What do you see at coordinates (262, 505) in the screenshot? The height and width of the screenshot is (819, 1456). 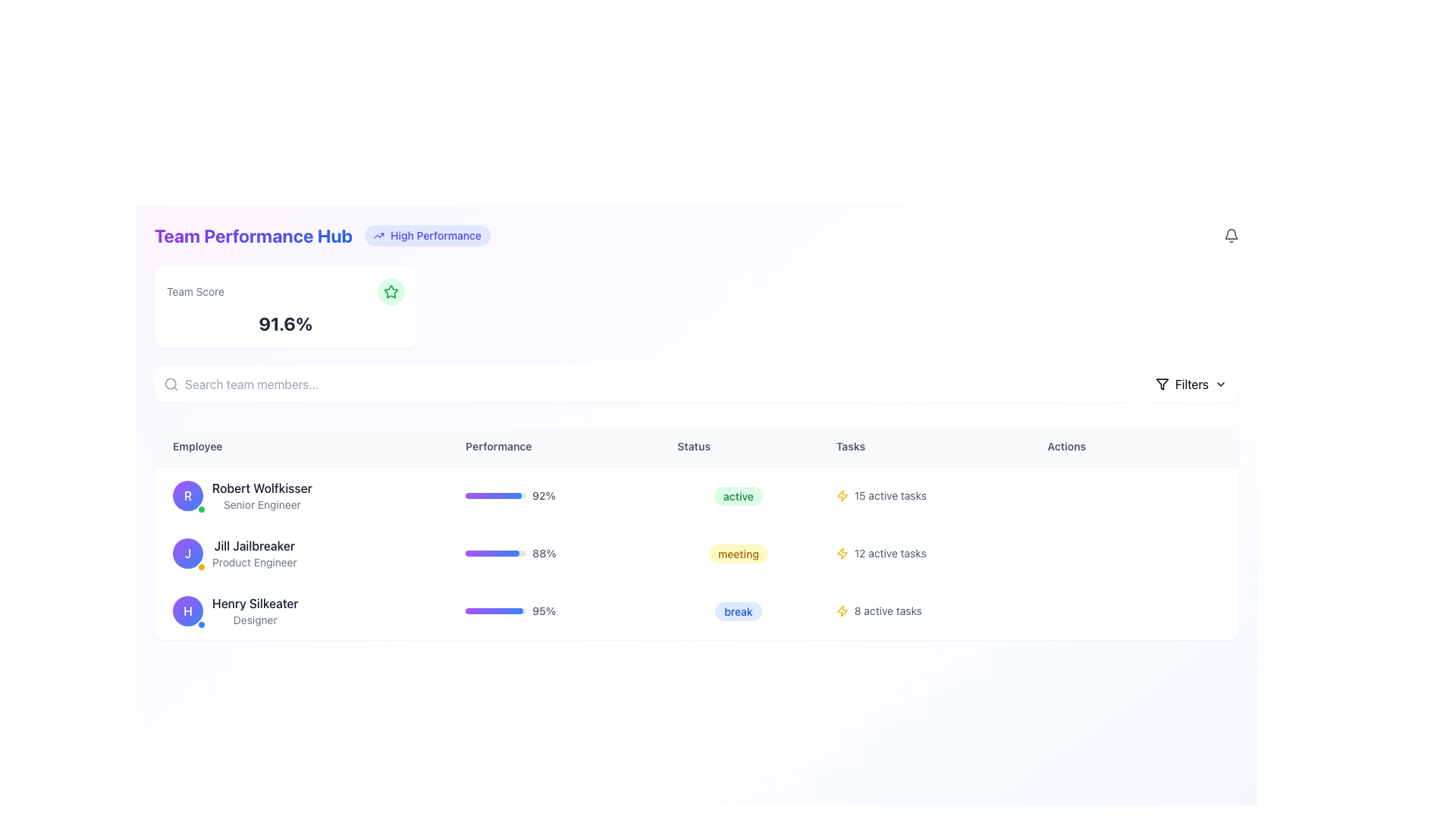 I see `the static text label displaying the job title under 'Robert Wolfkisser' in the 'Employee' column of the table` at bounding box center [262, 505].